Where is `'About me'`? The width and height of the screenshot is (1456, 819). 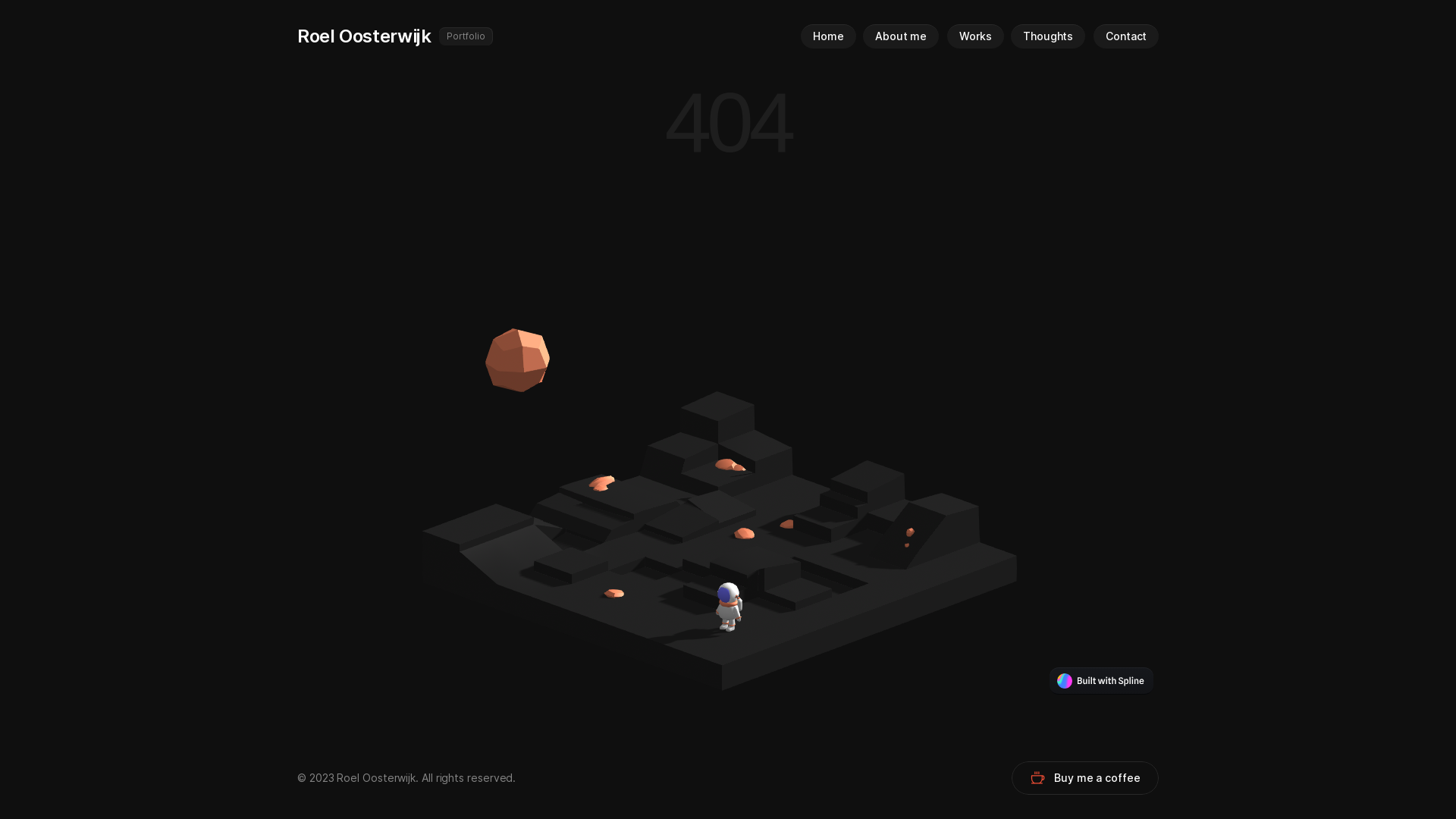
'About me' is located at coordinates (900, 35).